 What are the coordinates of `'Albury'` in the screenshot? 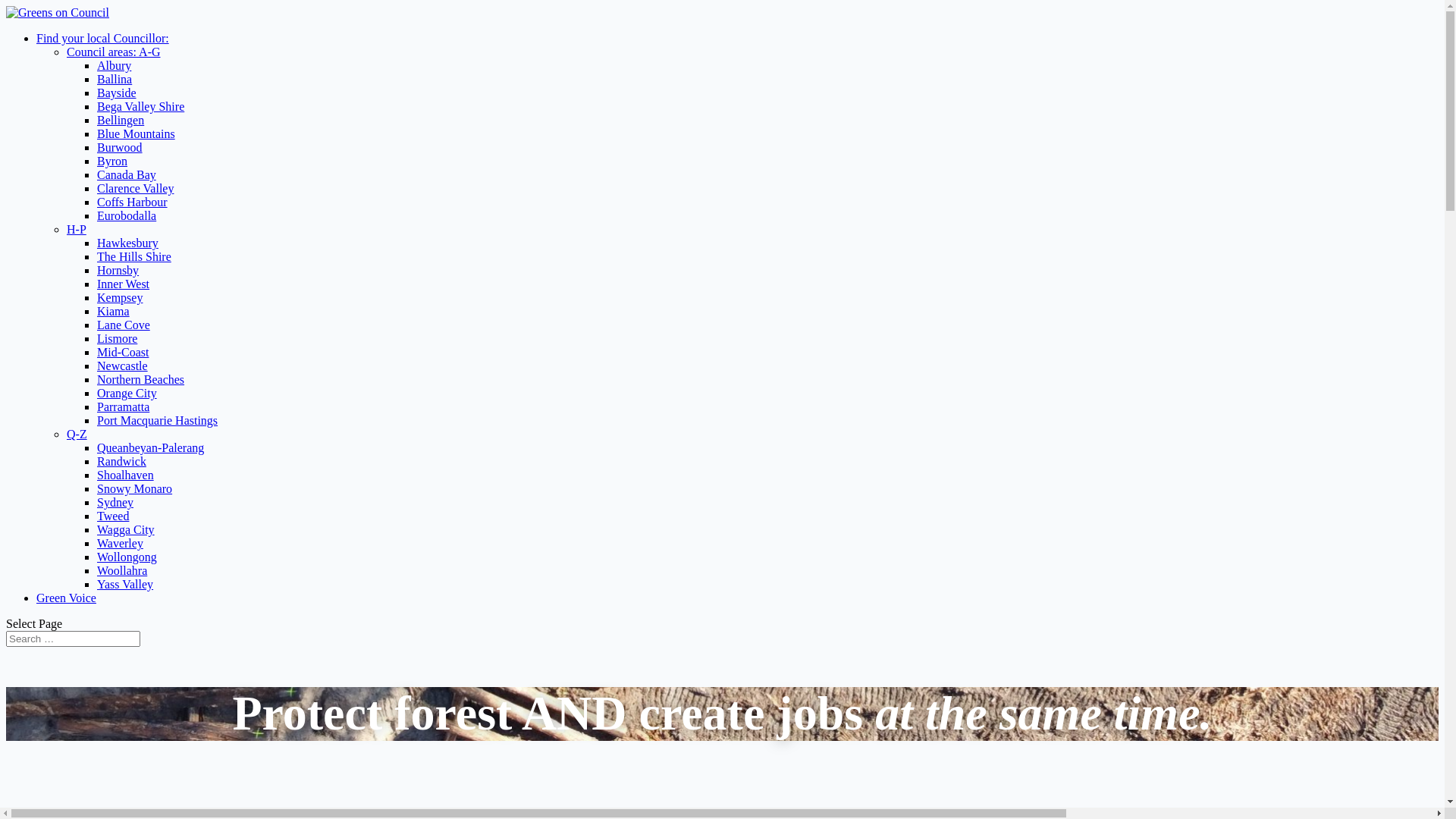 It's located at (113, 64).